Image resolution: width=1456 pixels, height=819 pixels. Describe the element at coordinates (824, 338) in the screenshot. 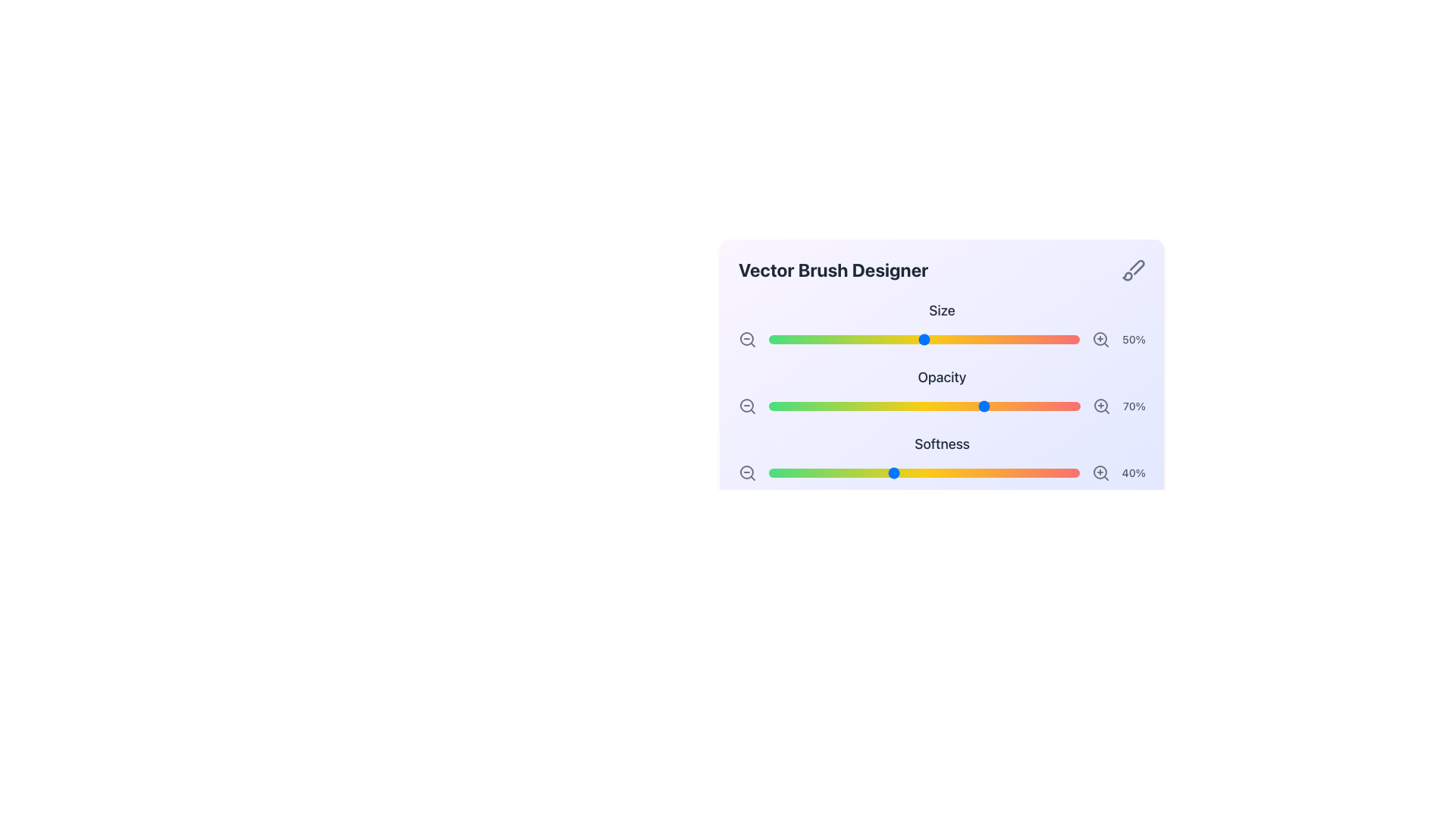

I see `the slider value` at that location.